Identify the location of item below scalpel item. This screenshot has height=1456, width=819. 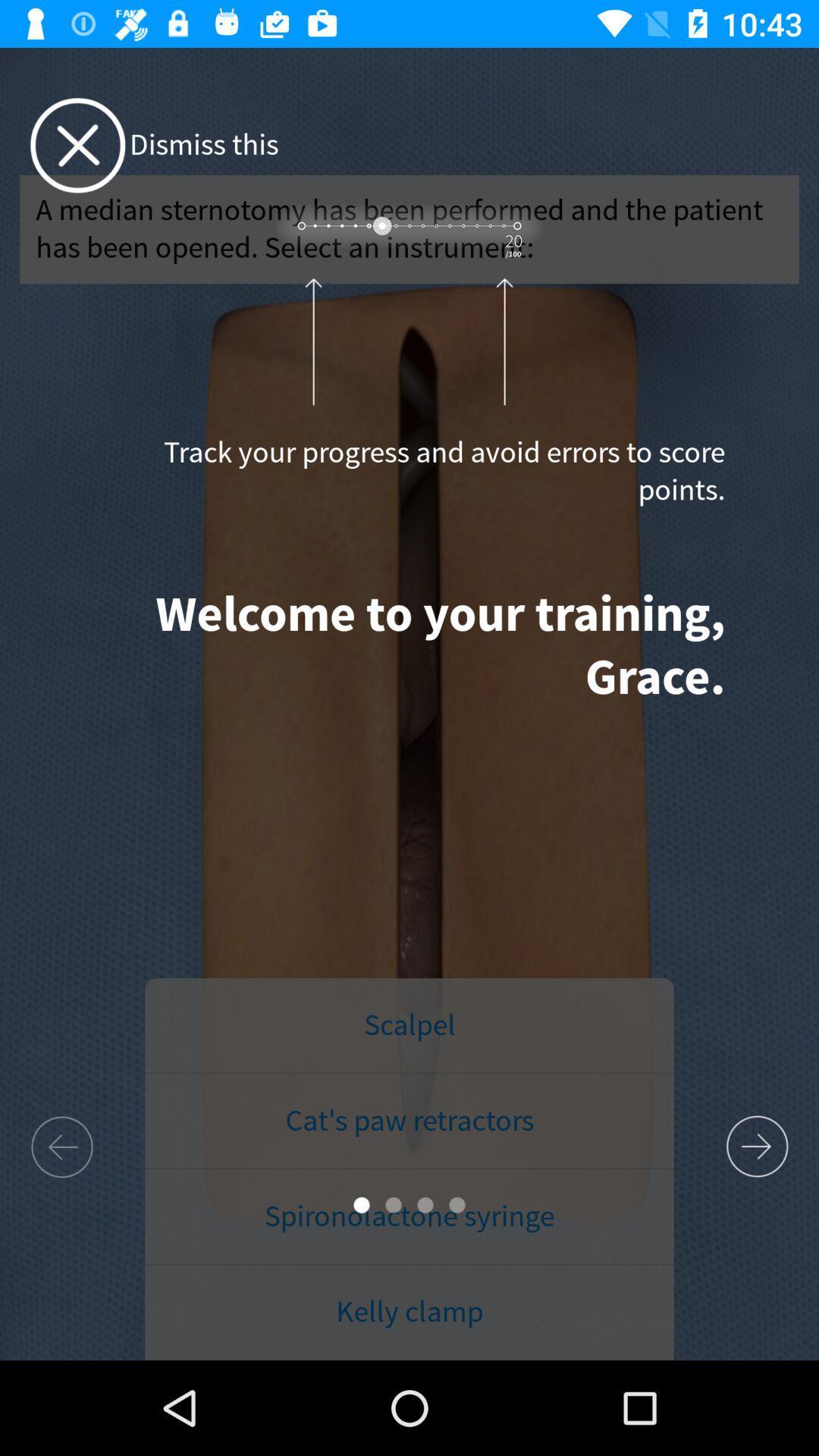
(409, 1121).